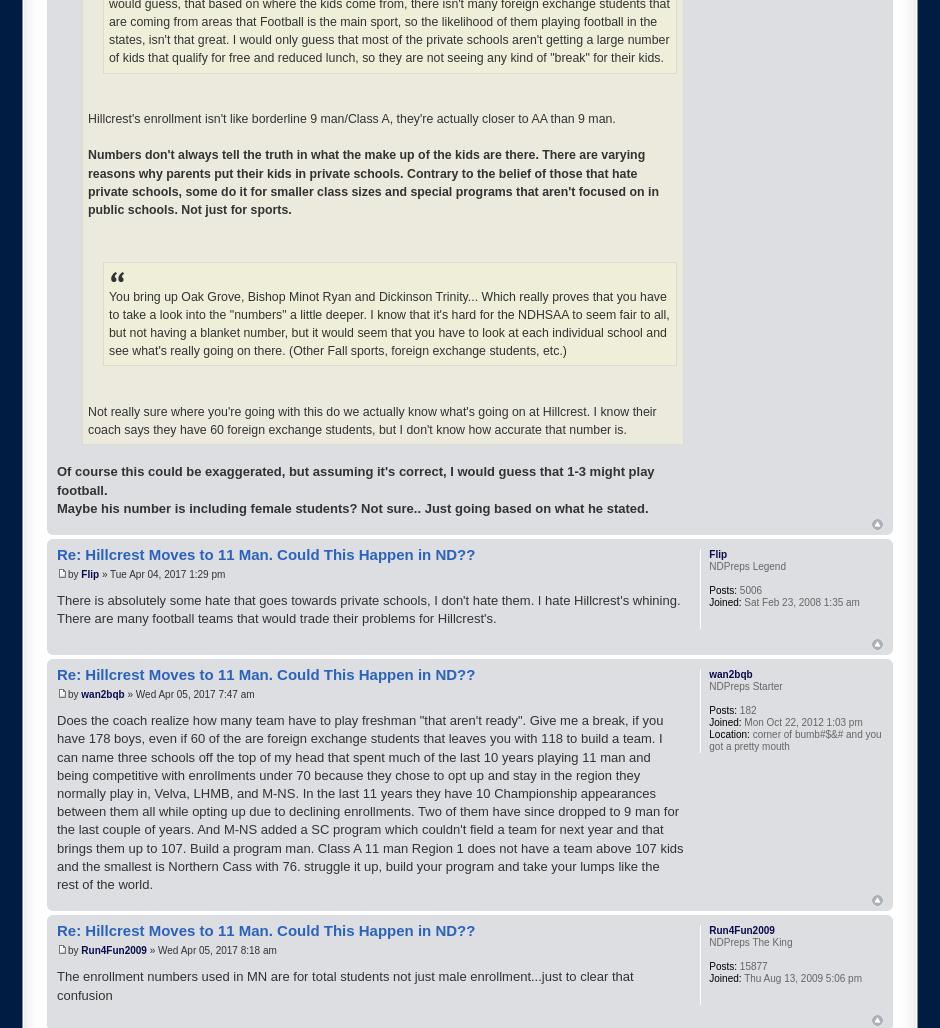 The width and height of the screenshot is (940, 1028). What do you see at coordinates (746, 565) in the screenshot?
I see `'NDPreps Legend'` at bounding box center [746, 565].